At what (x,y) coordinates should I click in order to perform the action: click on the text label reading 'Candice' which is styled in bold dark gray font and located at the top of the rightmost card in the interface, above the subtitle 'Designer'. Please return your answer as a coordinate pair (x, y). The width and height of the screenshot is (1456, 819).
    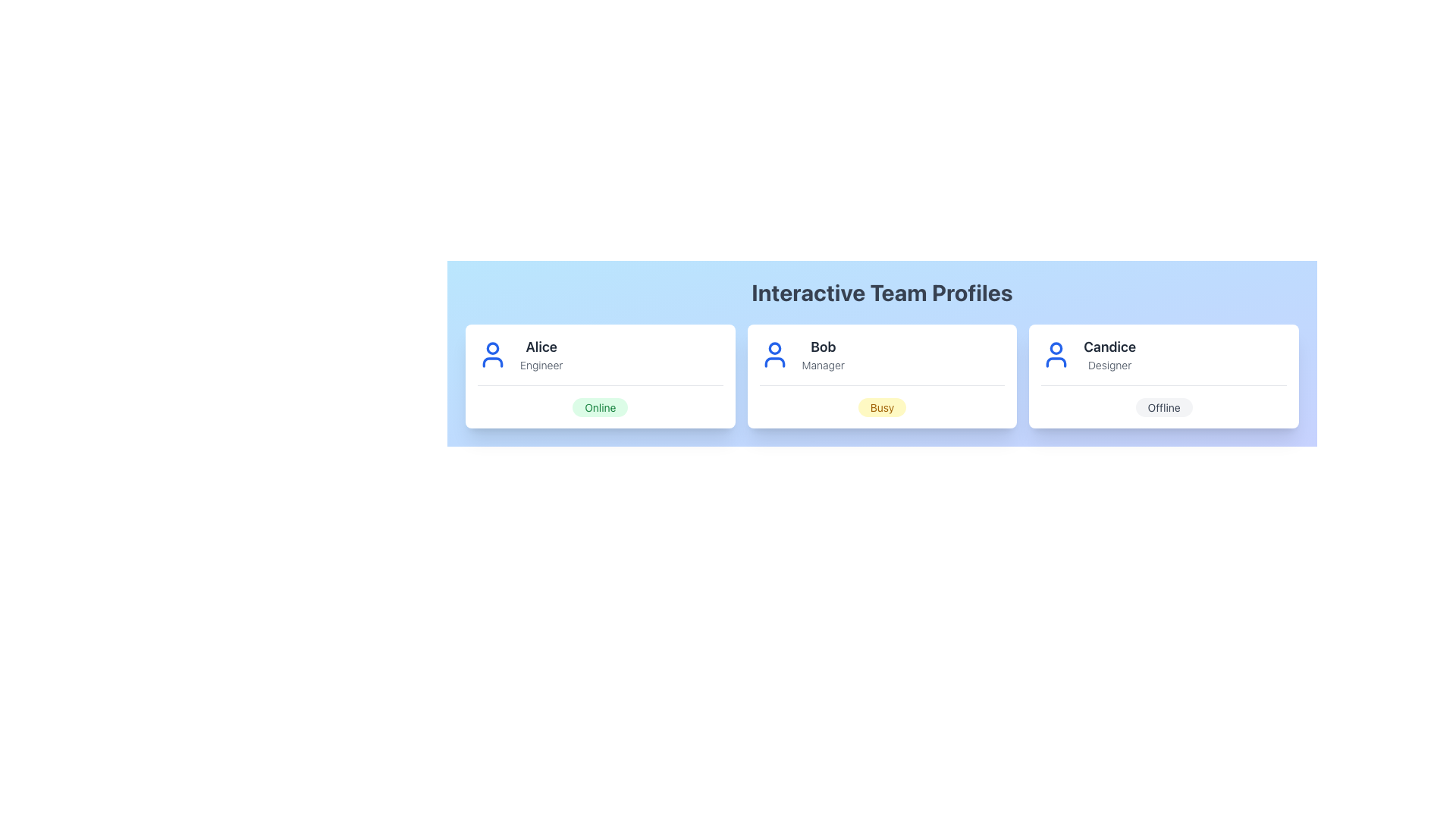
    Looking at the image, I should click on (1109, 347).